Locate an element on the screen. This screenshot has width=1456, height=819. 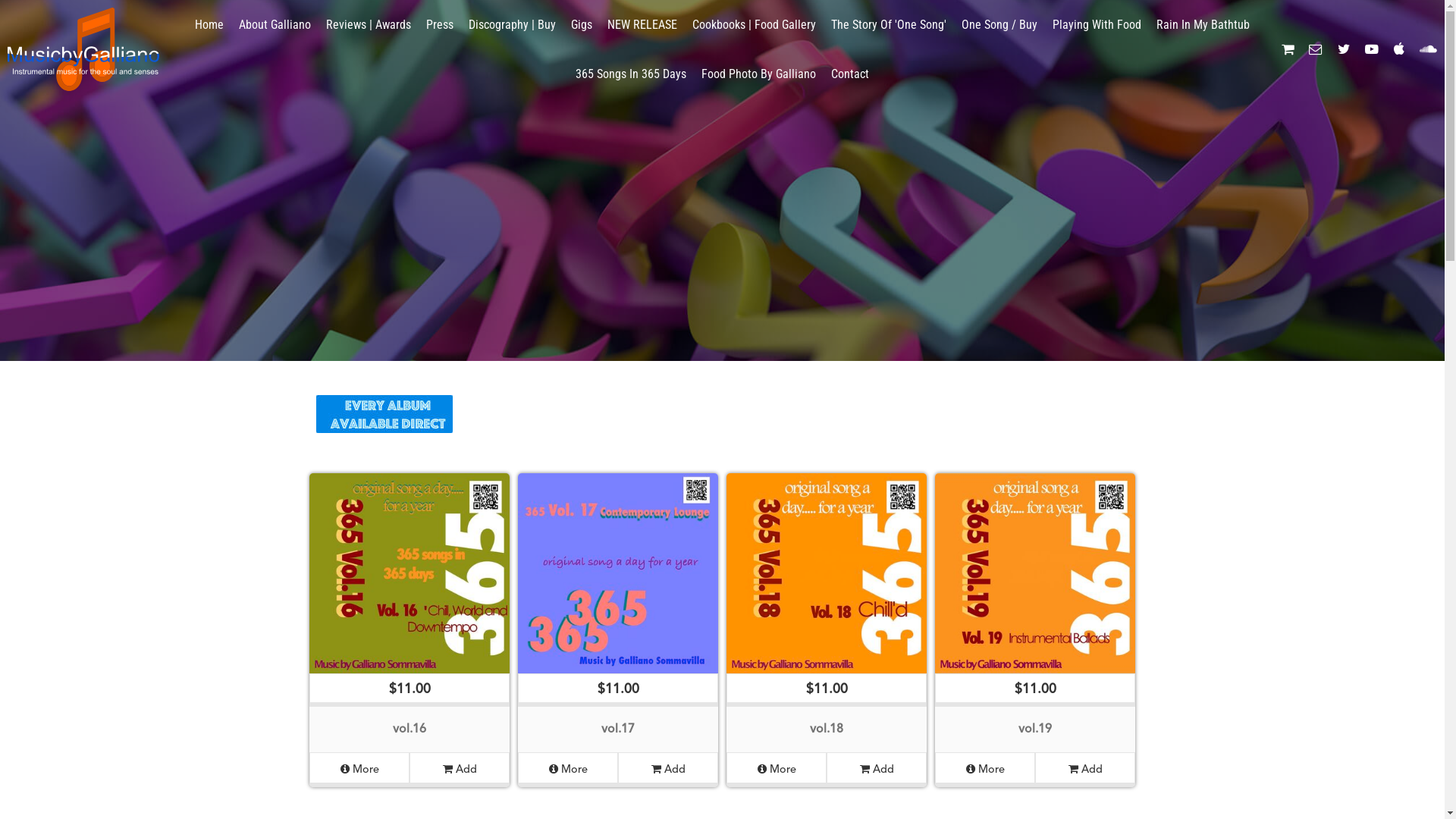
'$11.00' is located at coordinates (934, 589).